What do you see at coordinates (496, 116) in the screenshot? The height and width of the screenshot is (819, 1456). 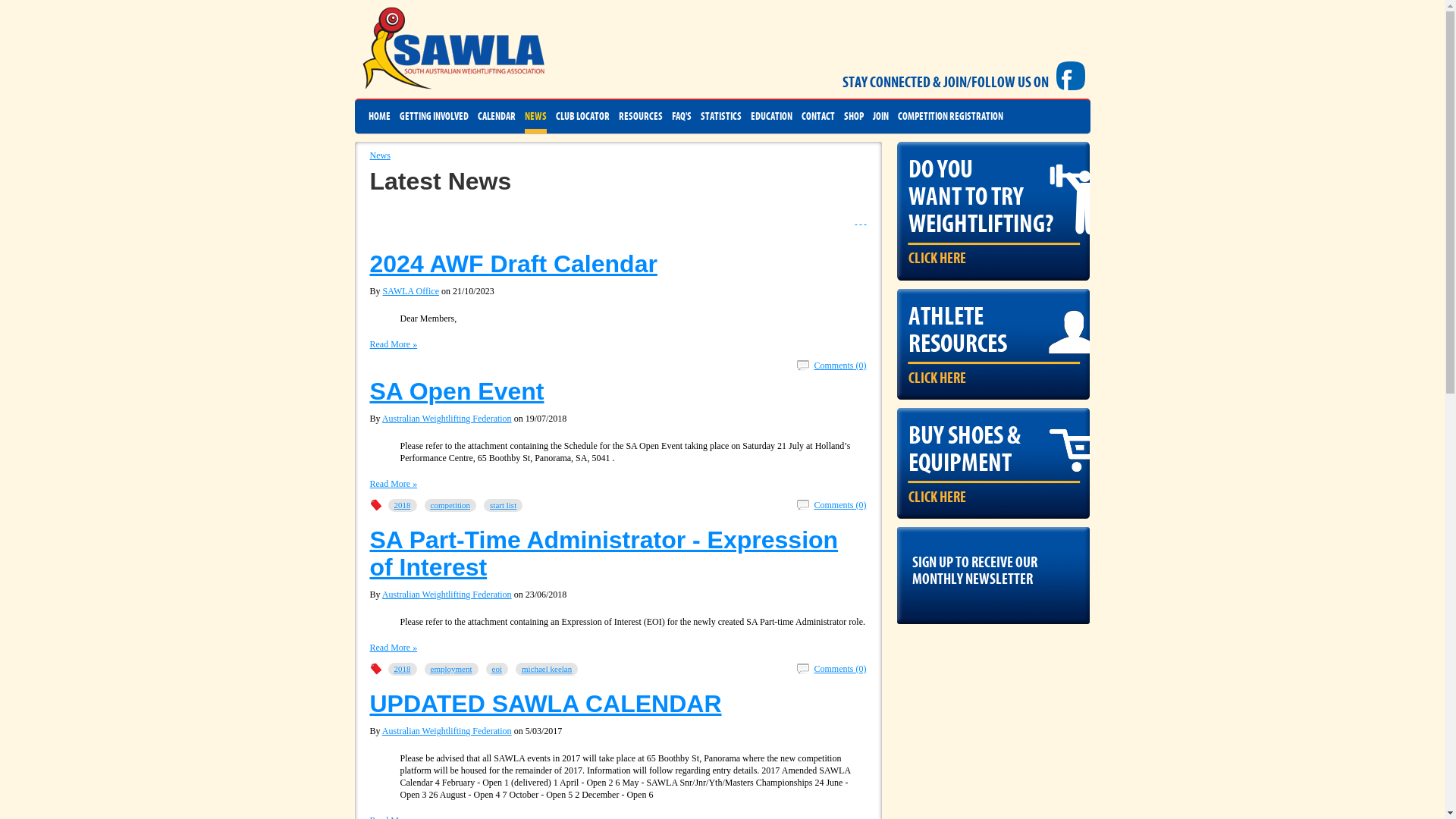 I see `'CALENDAR'` at bounding box center [496, 116].